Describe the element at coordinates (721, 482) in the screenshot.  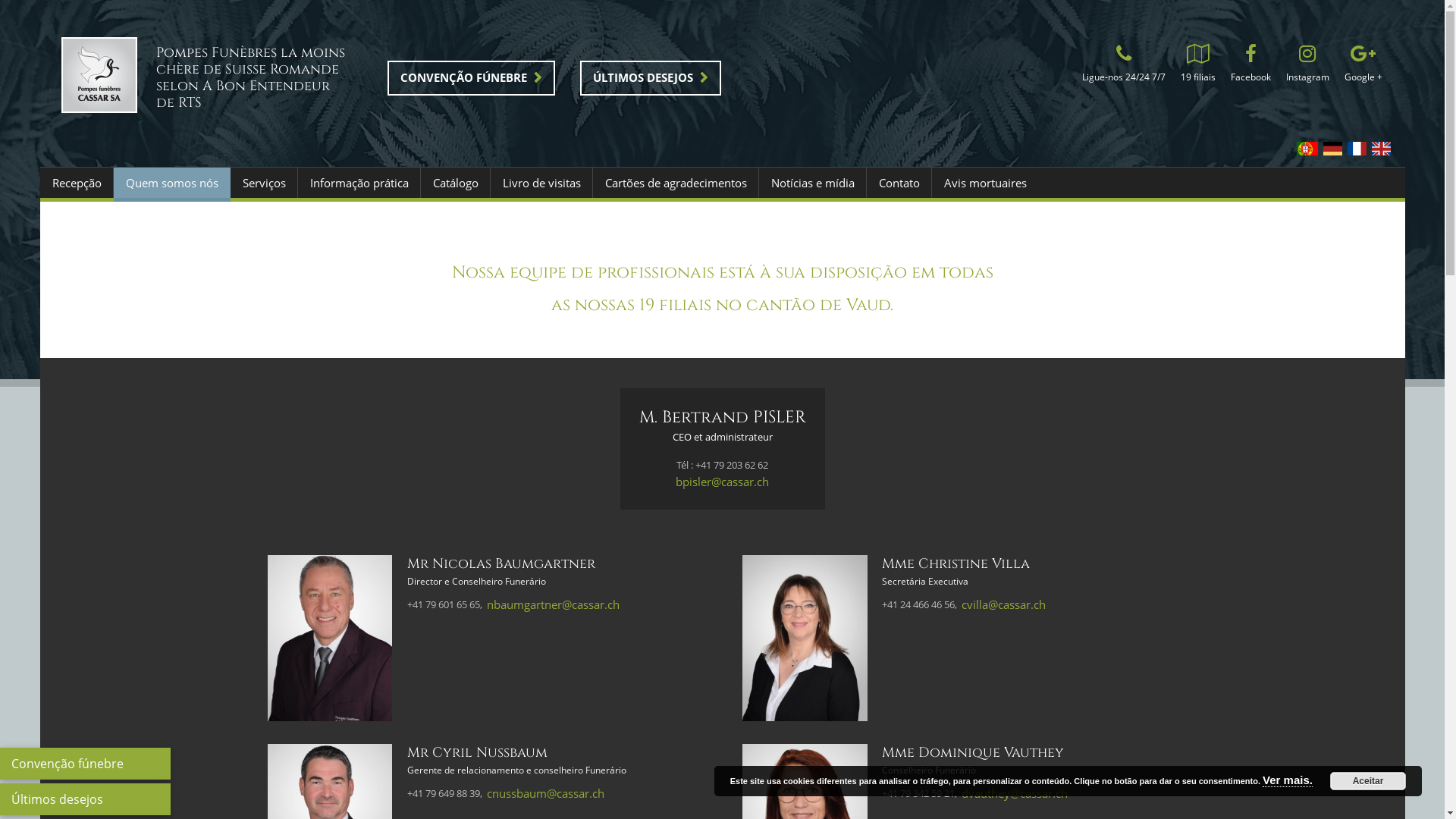
I see `'bpisler@cassar.ch'` at that location.